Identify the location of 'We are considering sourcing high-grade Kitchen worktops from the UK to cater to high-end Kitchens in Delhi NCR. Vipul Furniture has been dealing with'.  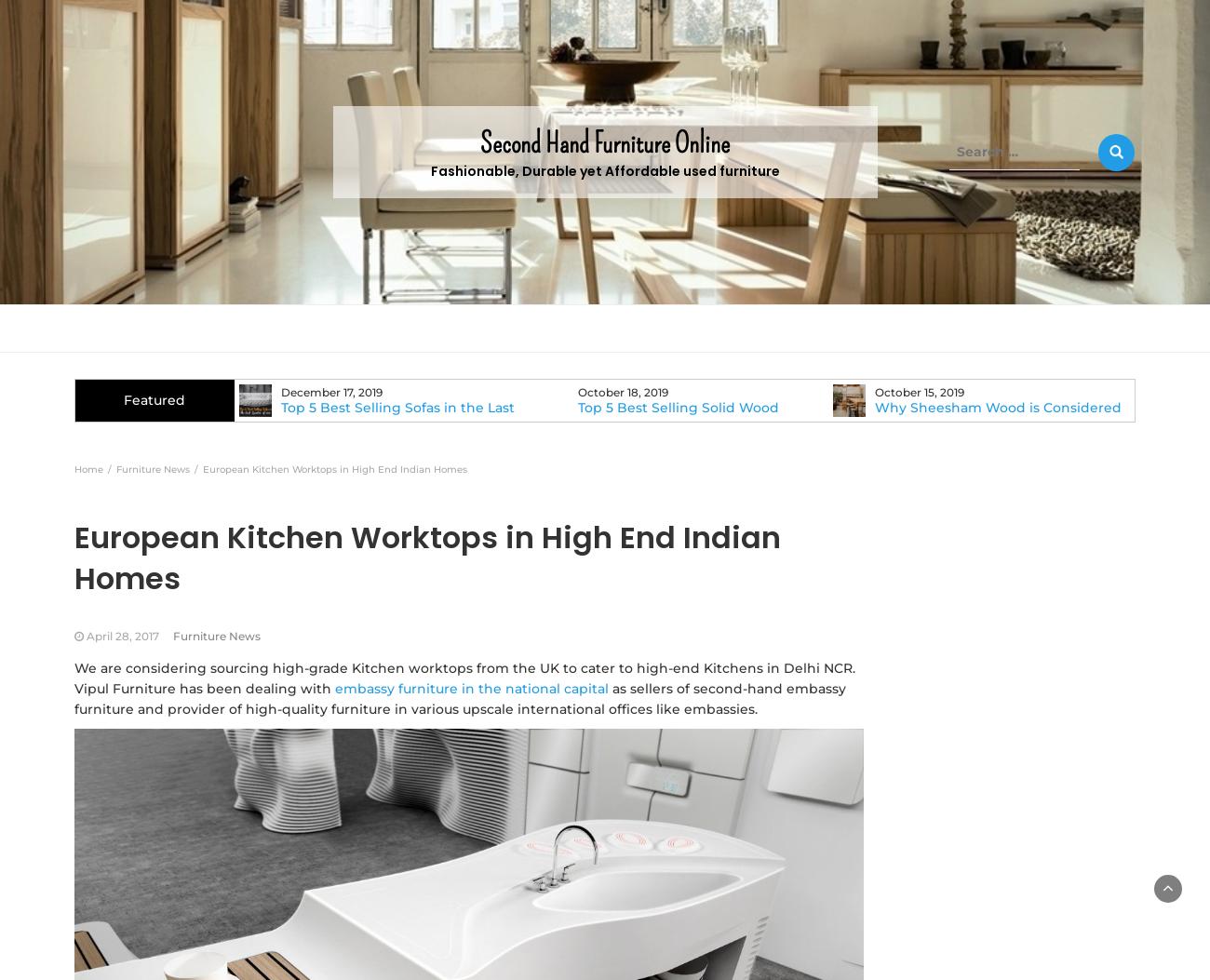
(464, 677).